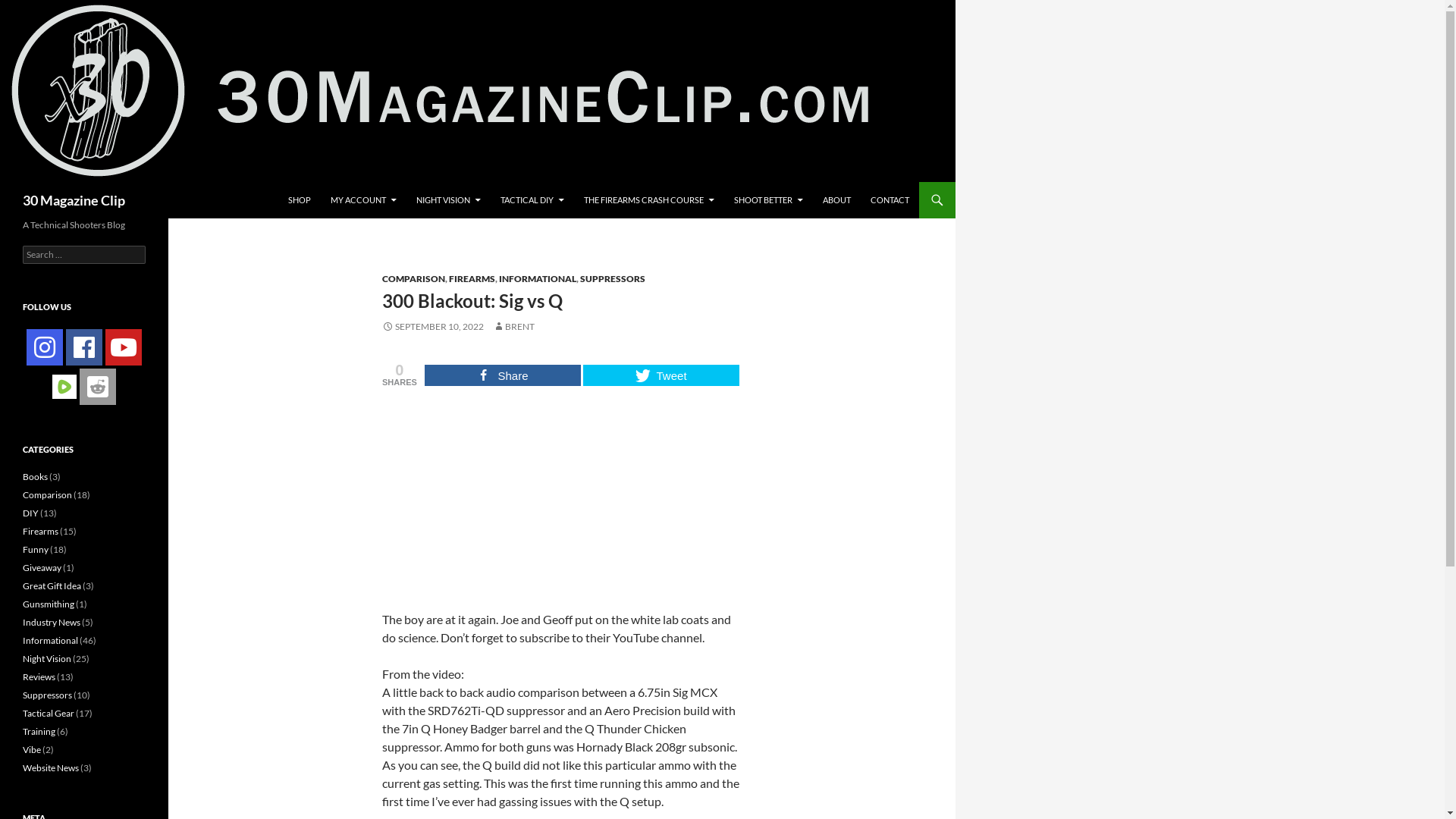  I want to click on 'INFORMATIONAL', so click(498, 278).